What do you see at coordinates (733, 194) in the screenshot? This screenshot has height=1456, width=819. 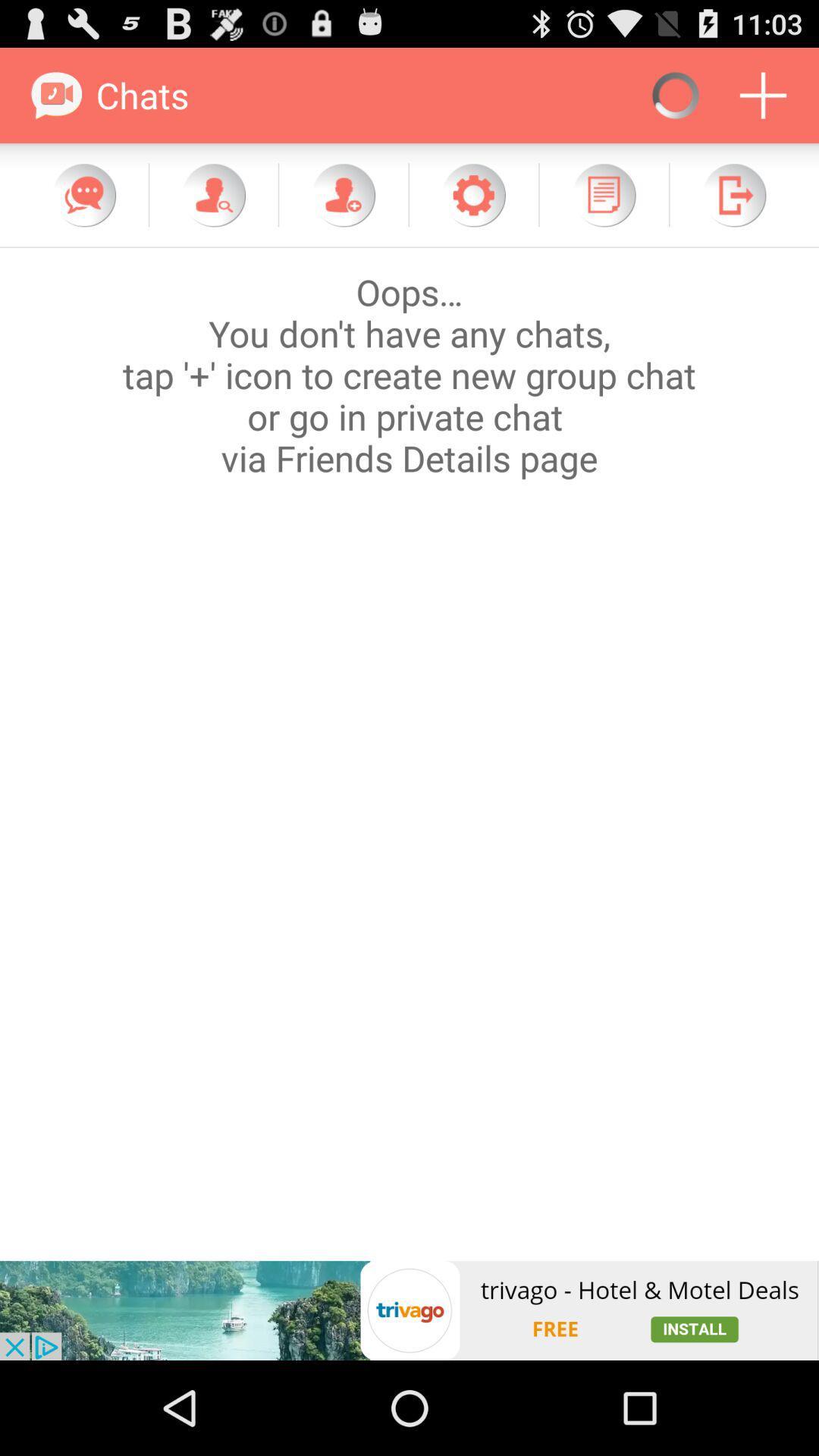 I see `go next` at bounding box center [733, 194].